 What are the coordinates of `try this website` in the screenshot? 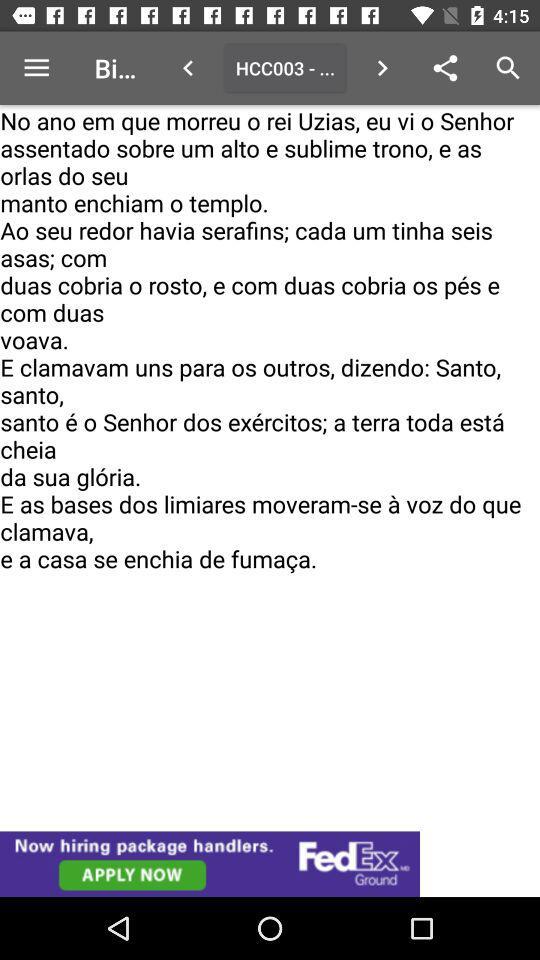 It's located at (270, 863).